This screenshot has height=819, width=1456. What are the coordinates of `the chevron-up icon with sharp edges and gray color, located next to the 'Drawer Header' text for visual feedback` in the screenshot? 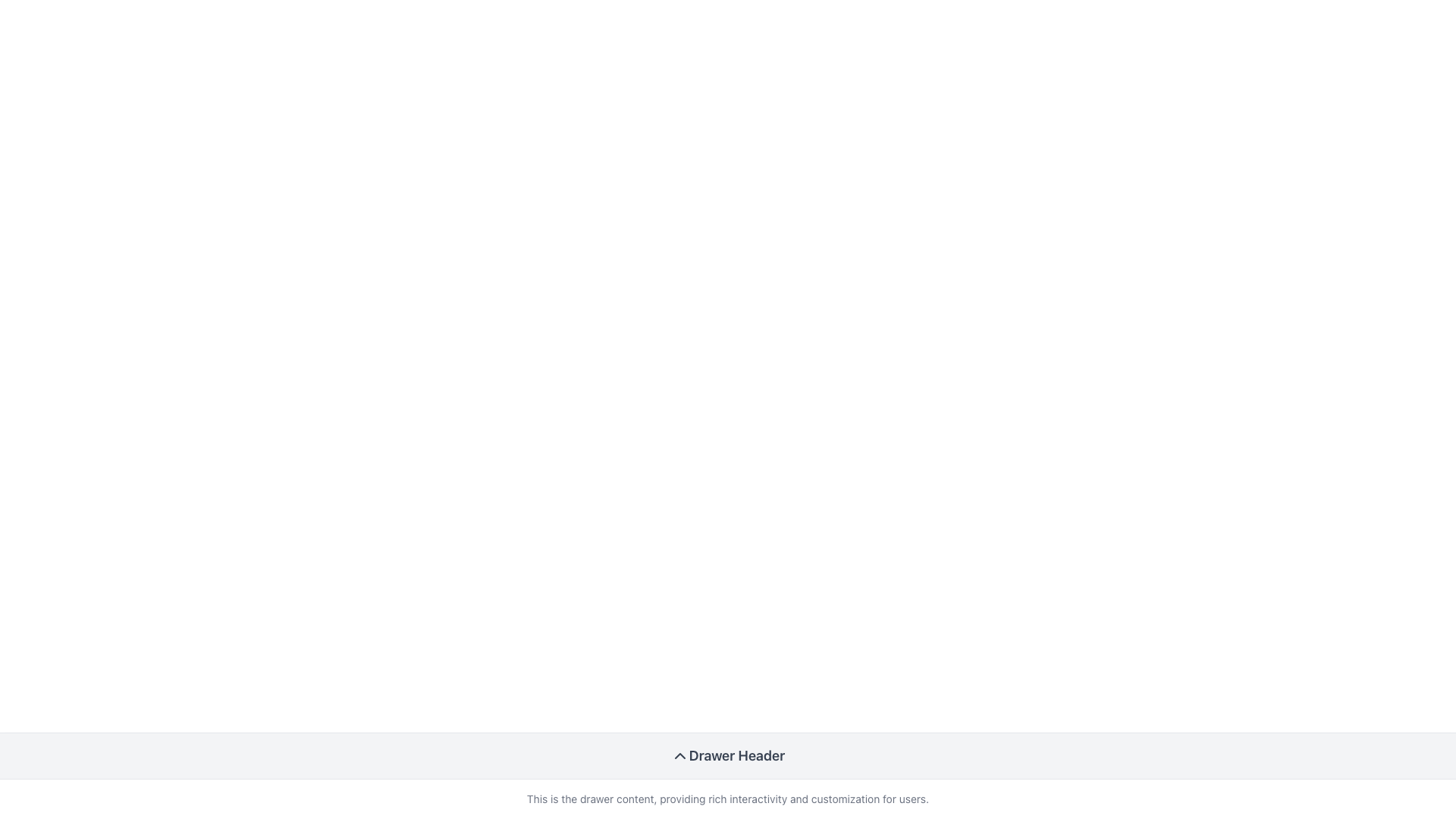 It's located at (679, 755).